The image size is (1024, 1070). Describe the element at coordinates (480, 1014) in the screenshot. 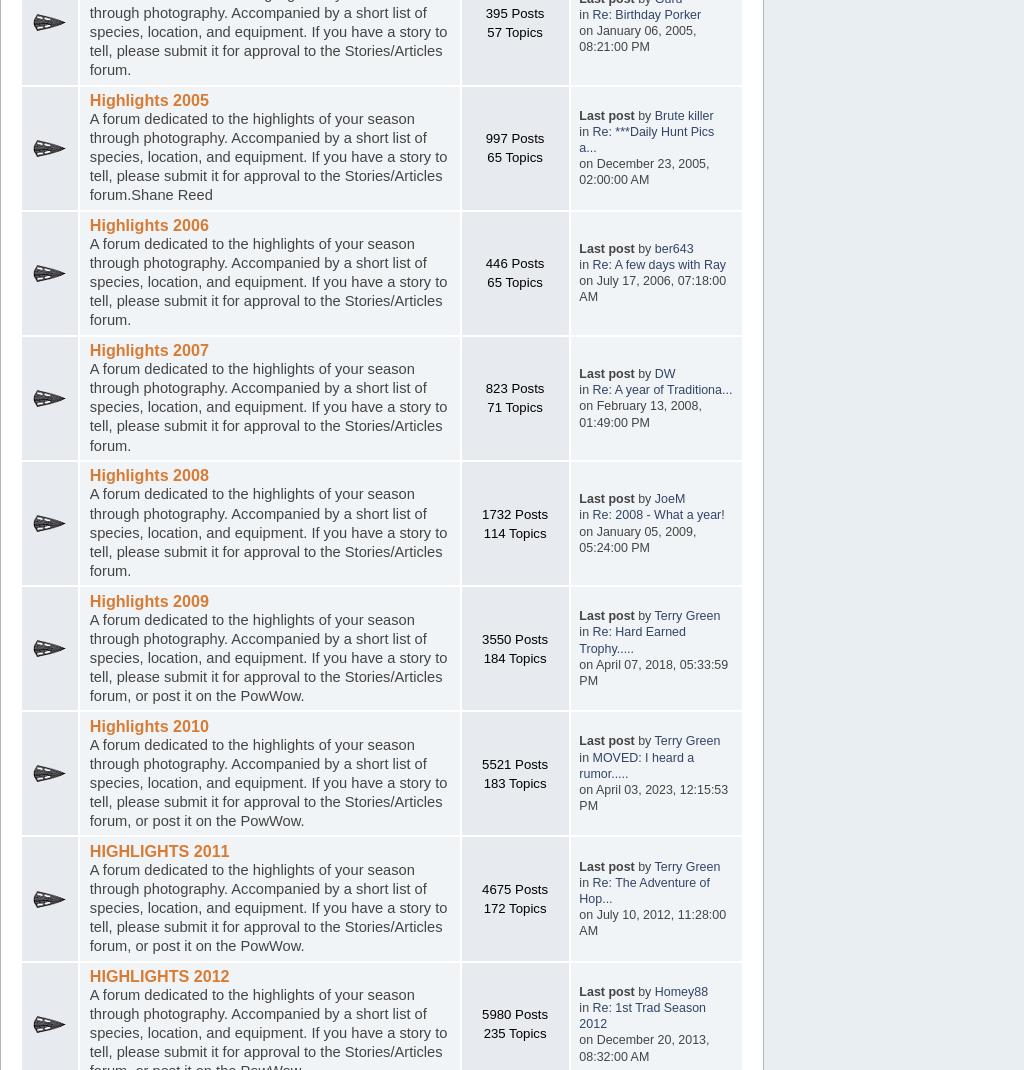

I see `'5980 Posts'` at that location.